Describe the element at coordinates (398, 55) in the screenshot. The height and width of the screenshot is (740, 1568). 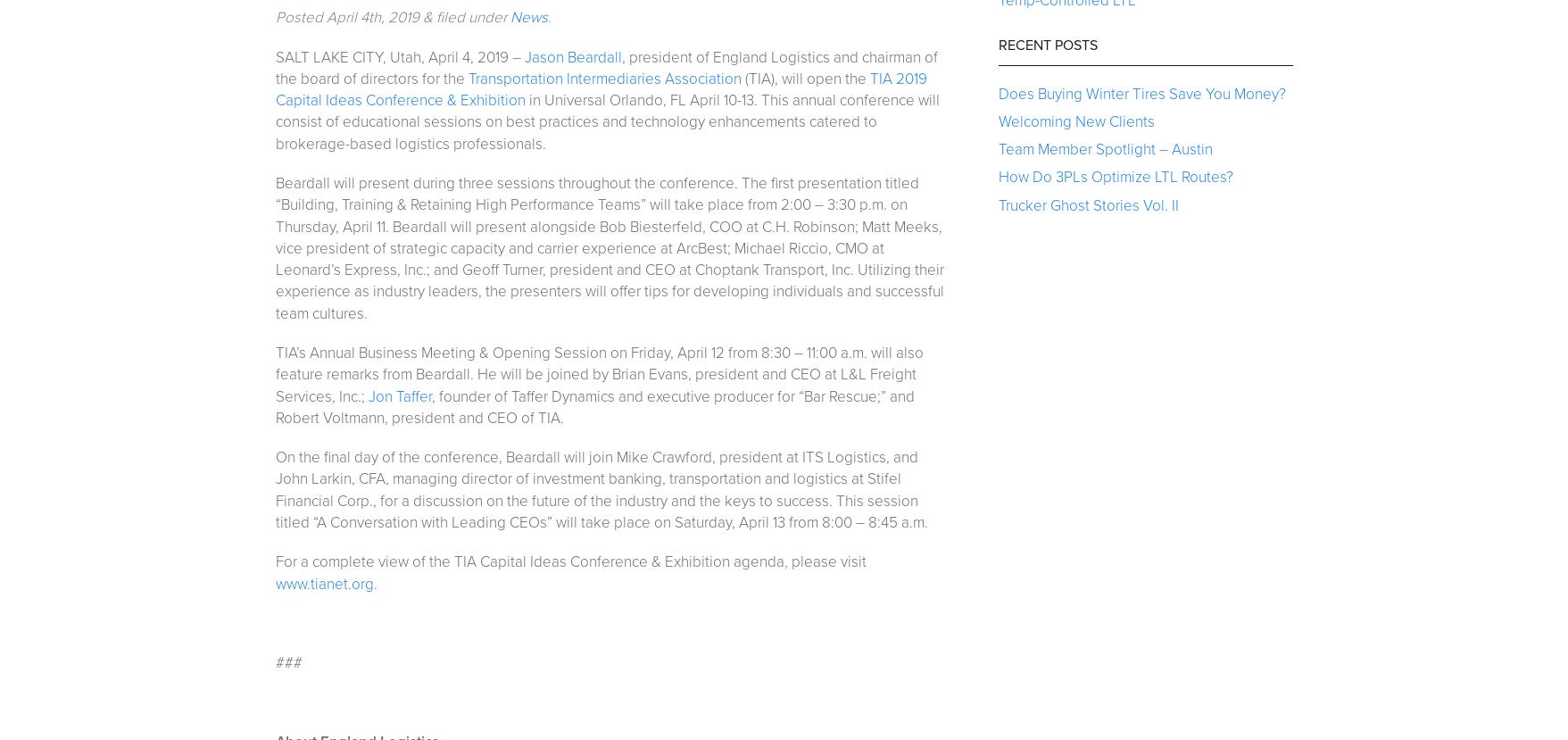
I see `'SALT LAKE CITY, Utah, April 4, 2019 –'` at that location.